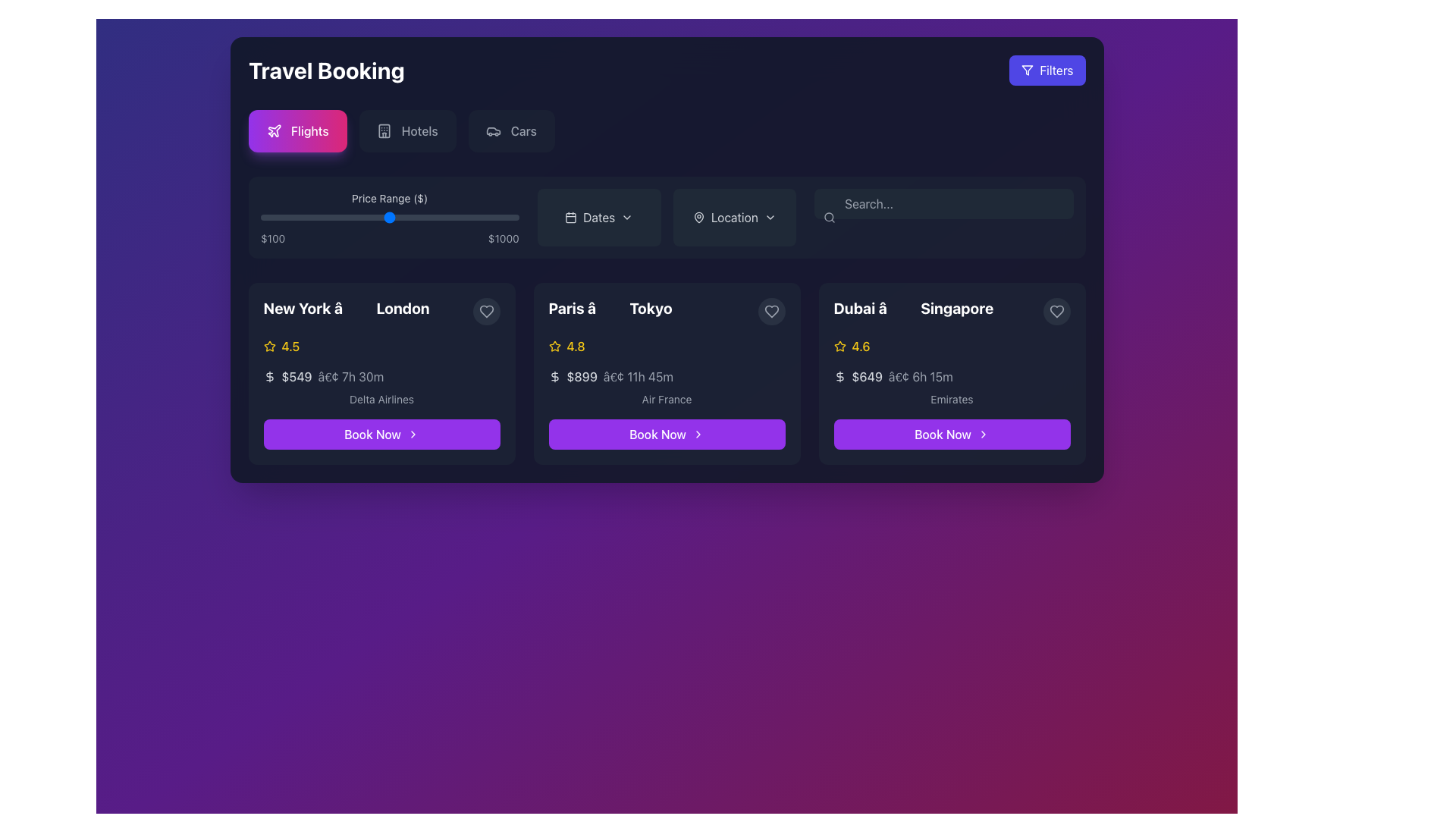 The height and width of the screenshot is (819, 1456). I want to click on the dollar symbol icon, which is styled in a gray stroke and located to the left of the price text '$649' on the flight card from Dubai to Singapore, so click(839, 376).